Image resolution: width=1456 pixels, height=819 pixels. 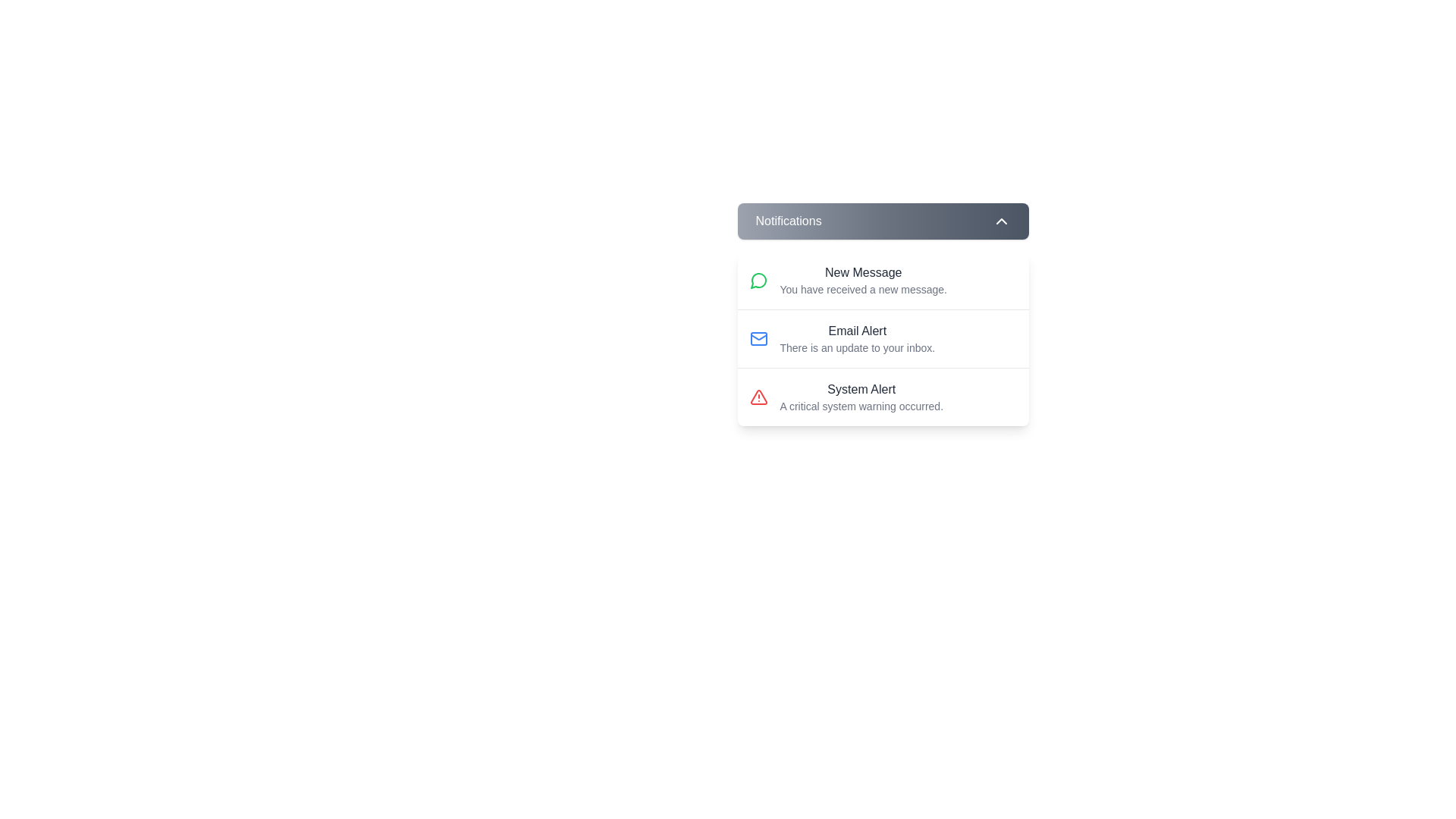 What do you see at coordinates (883, 396) in the screenshot?
I see `the warning notification titled 'System Alert' by clicking on it` at bounding box center [883, 396].